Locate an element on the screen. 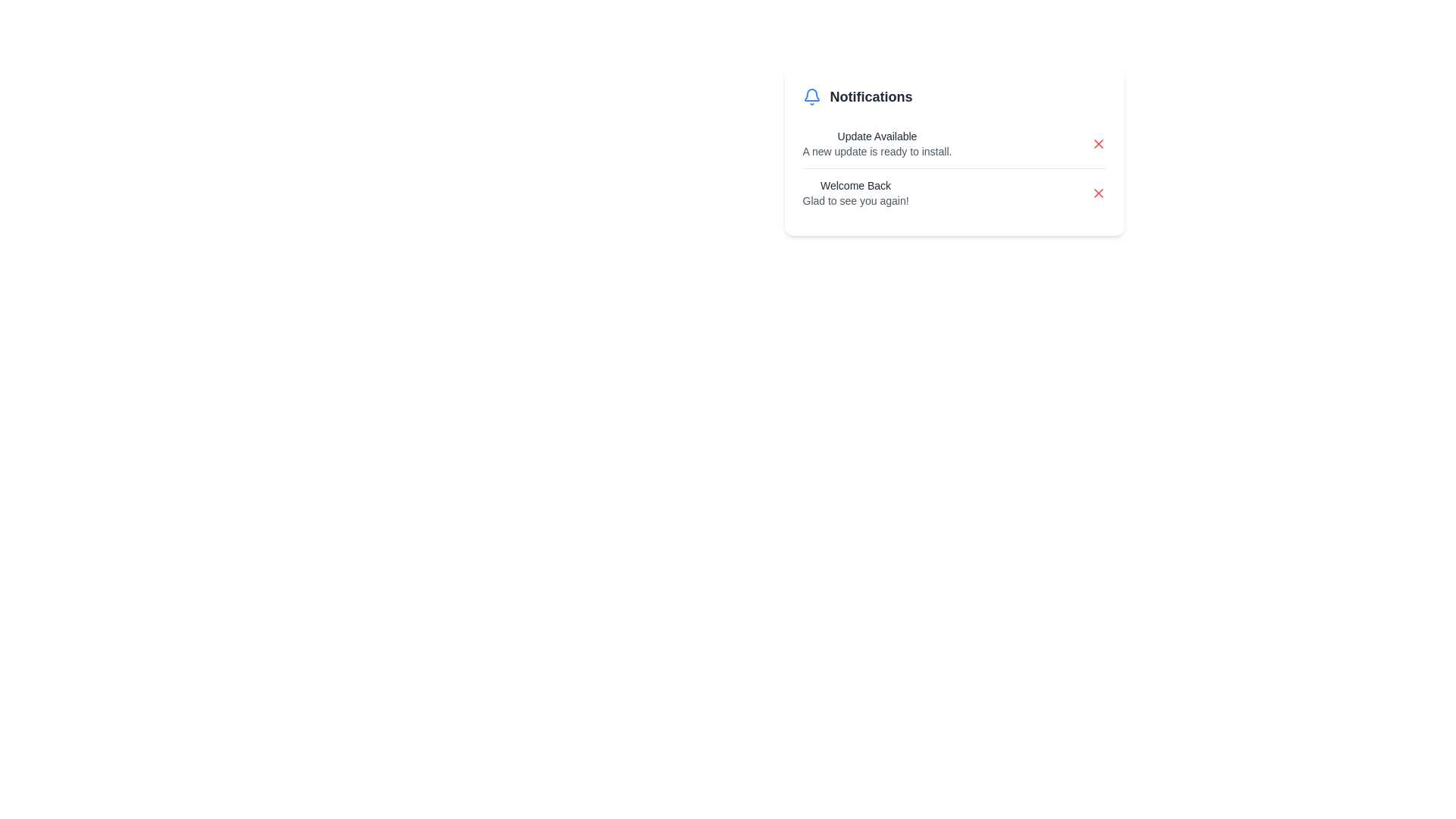 Image resolution: width=1456 pixels, height=819 pixels. the Close button on the 'Welcome Back' notification is located at coordinates (1098, 192).